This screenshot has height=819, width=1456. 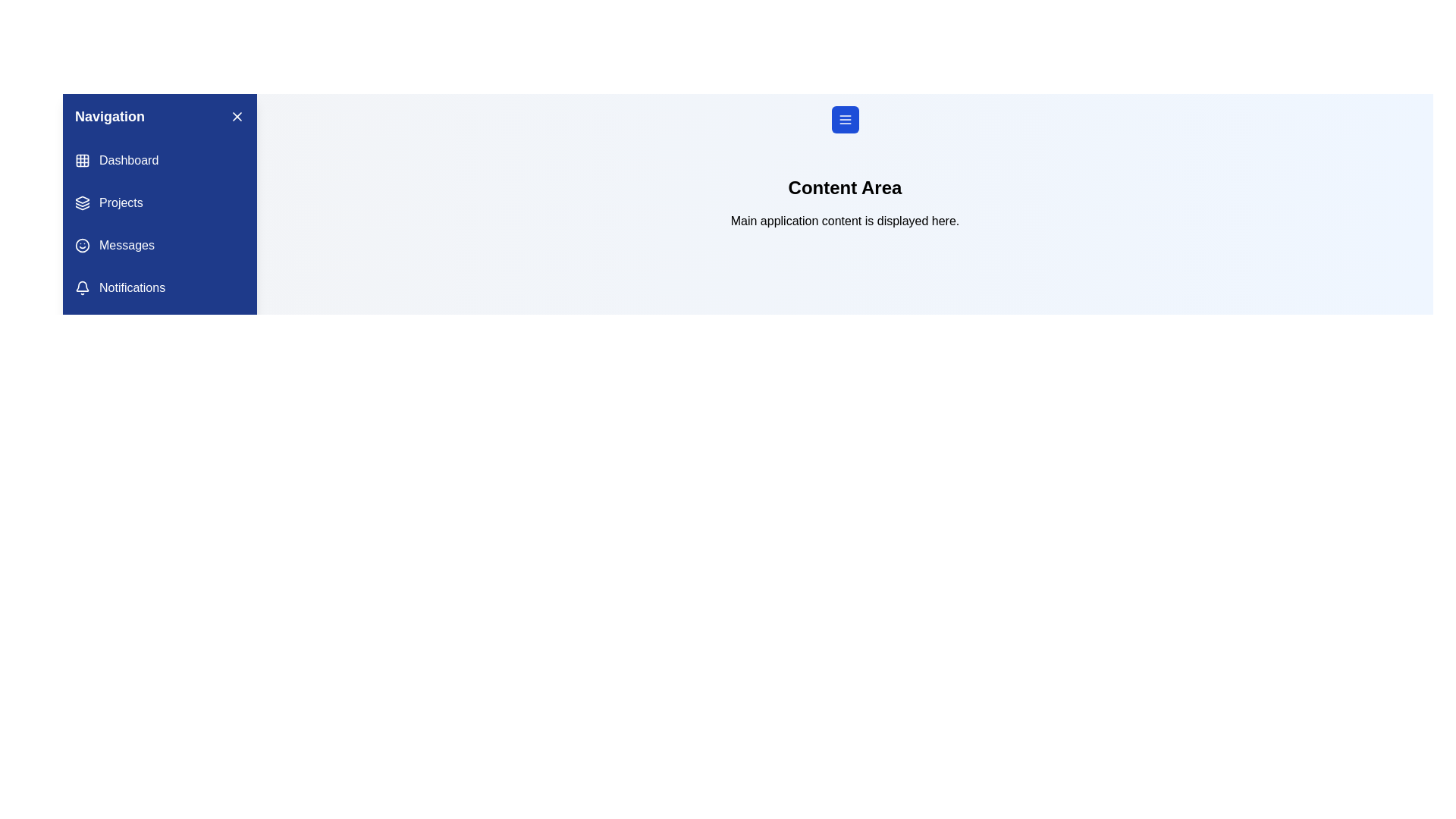 I want to click on the navigation menu item labeled Notifications, so click(x=160, y=288).